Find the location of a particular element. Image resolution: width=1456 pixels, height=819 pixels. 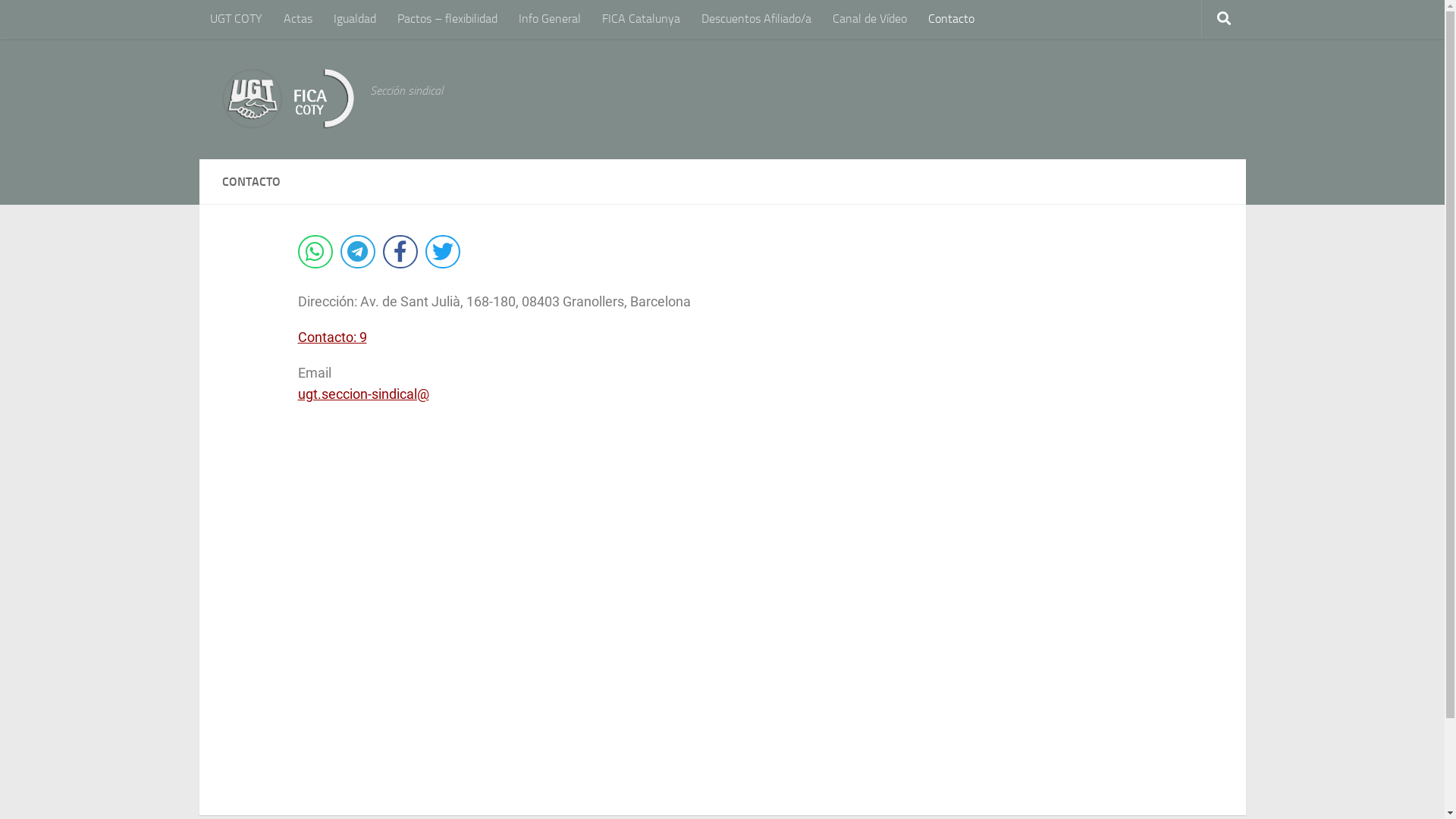

'Descuentos Afiliado/a' is located at coordinates (755, 18).